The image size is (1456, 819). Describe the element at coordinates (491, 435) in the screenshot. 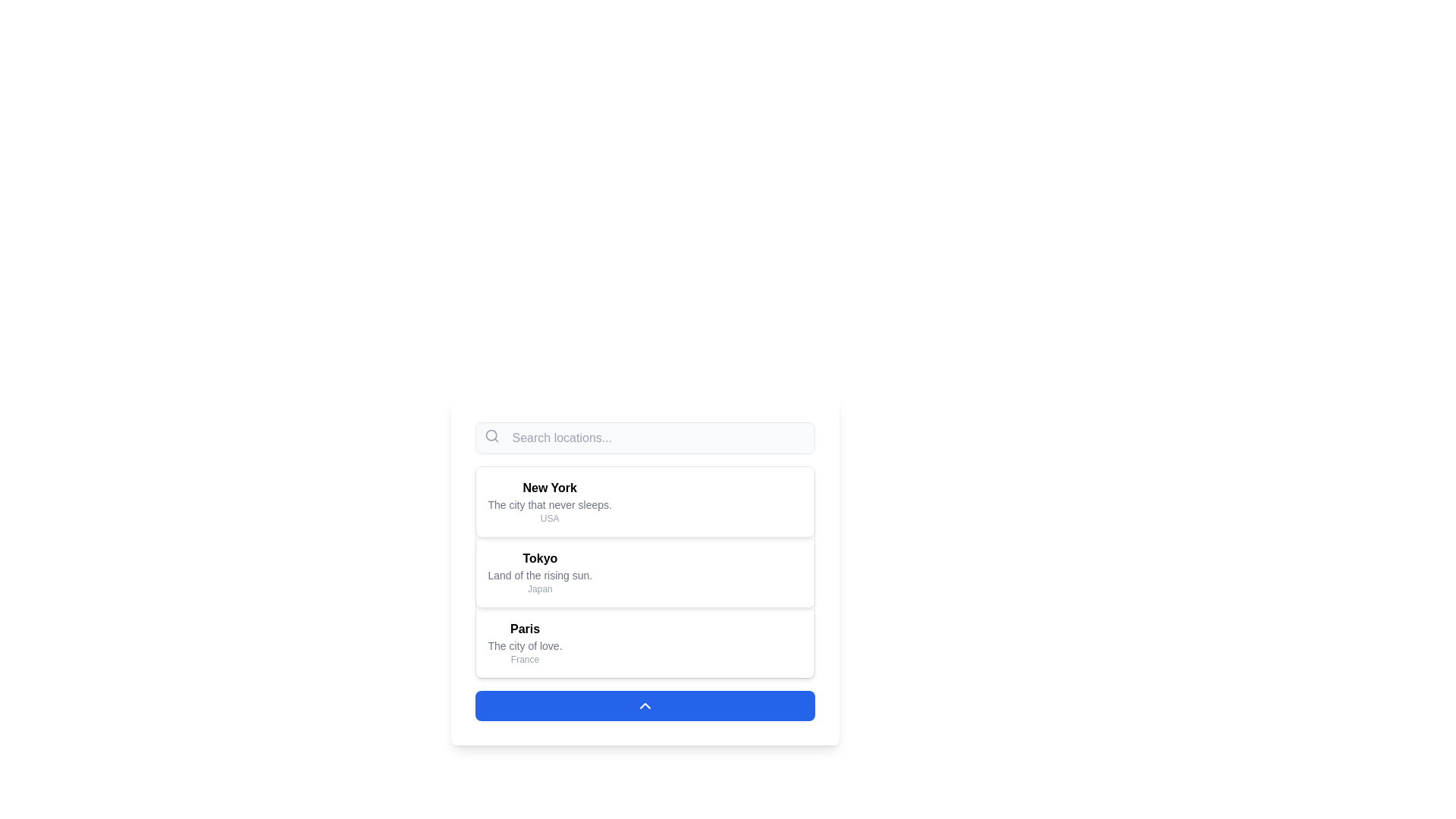

I see `the magnifying glass icon representing the search action located to the left of the search input field` at that location.